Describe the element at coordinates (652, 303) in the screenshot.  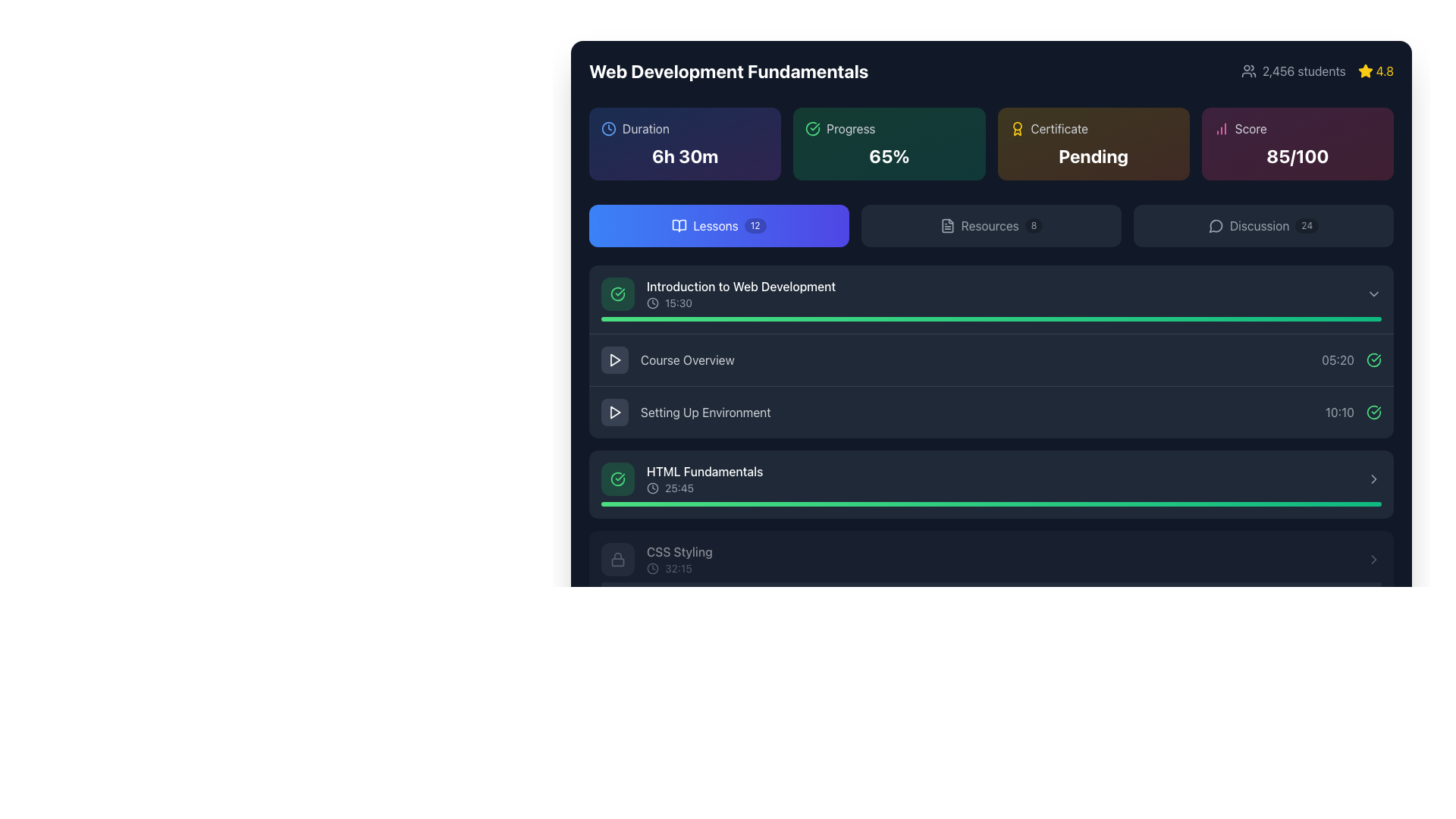
I see `the stylized clock face icon, which is located to the left of the text '15:30' in the duration information group for the 'Introduction to Web Development' entry in the upper region of the lesson panel` at that location.